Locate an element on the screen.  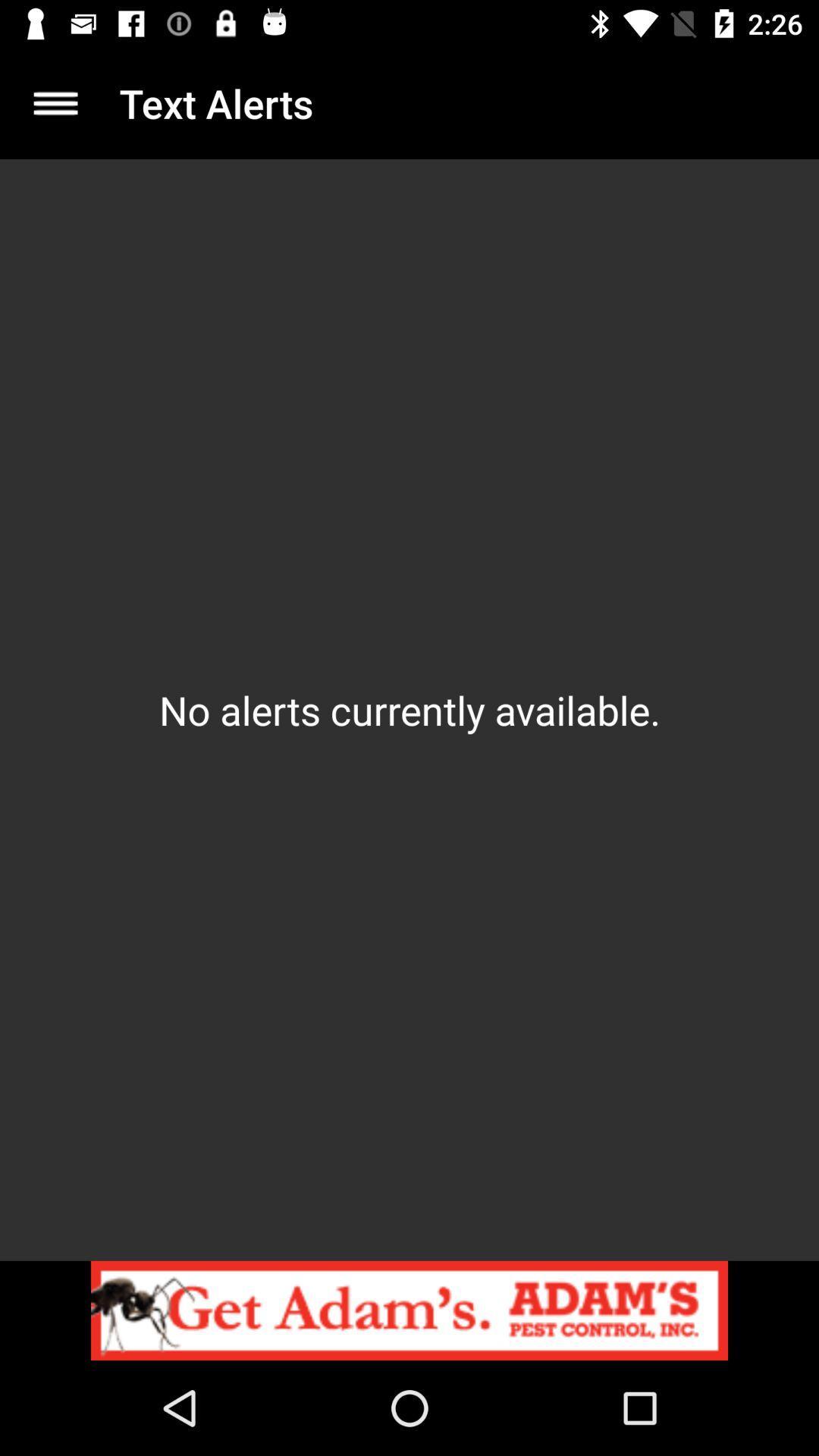
the icon below the no alerts currently icon is located at coordinates (409, 1310).